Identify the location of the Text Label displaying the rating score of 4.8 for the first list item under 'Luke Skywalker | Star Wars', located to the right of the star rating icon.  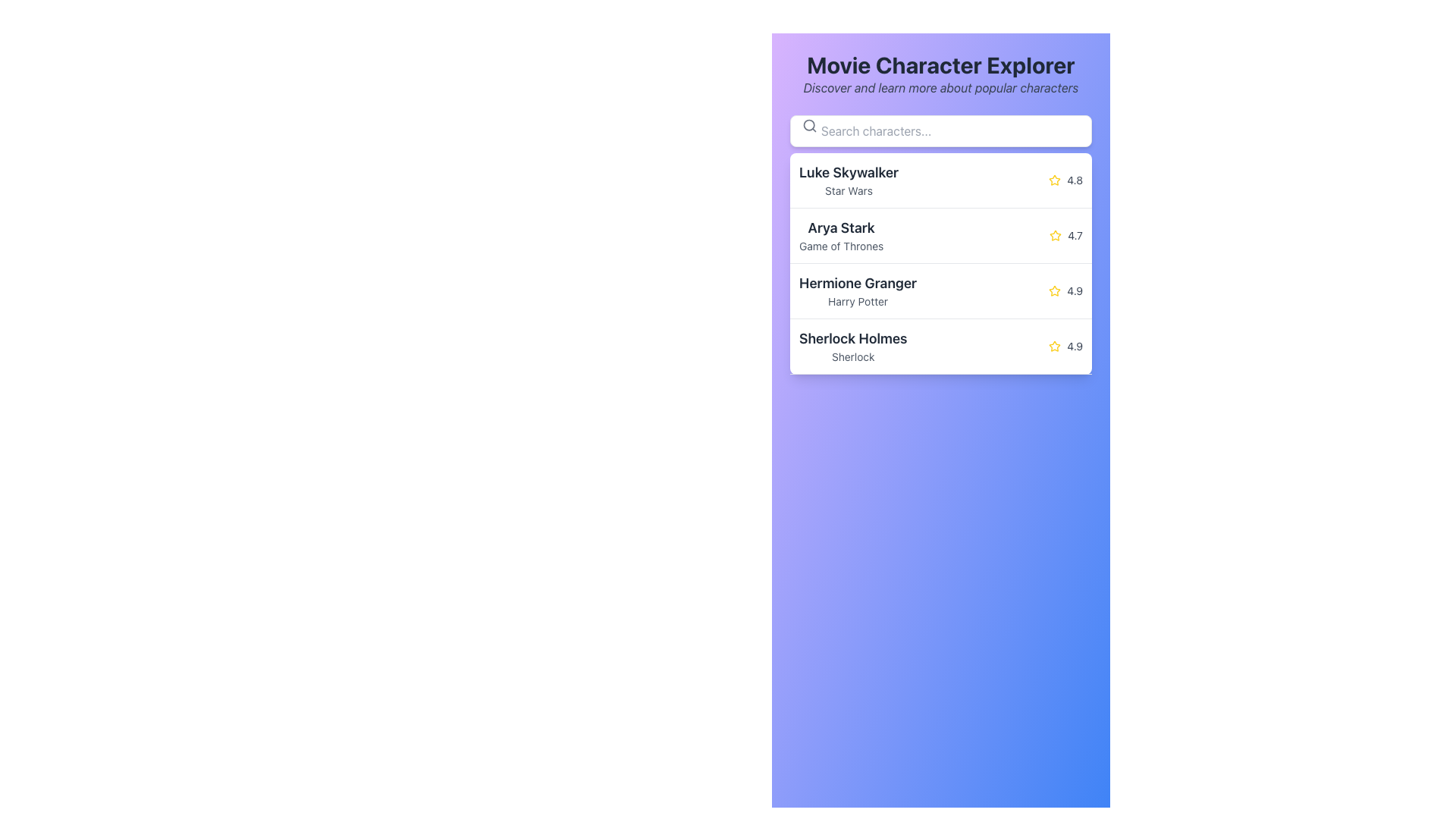
(1074, 180).